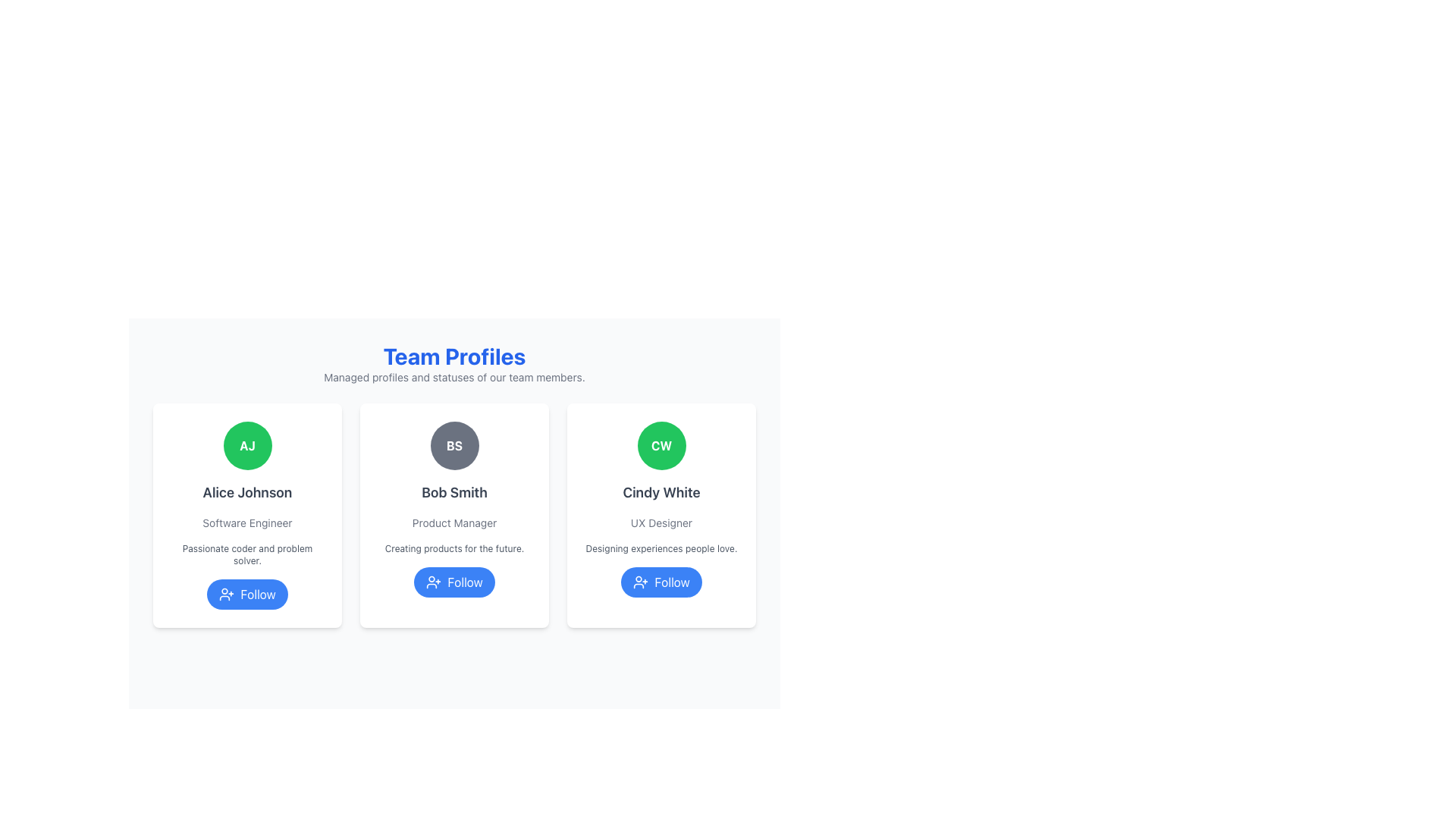 This screenshot has height=819, width=1456. I want to click on the Text label that serves as a caption for 'Bob Smith', located beneath the 'Product Manager' title and above the 'Follow' button, so click(453, 549).